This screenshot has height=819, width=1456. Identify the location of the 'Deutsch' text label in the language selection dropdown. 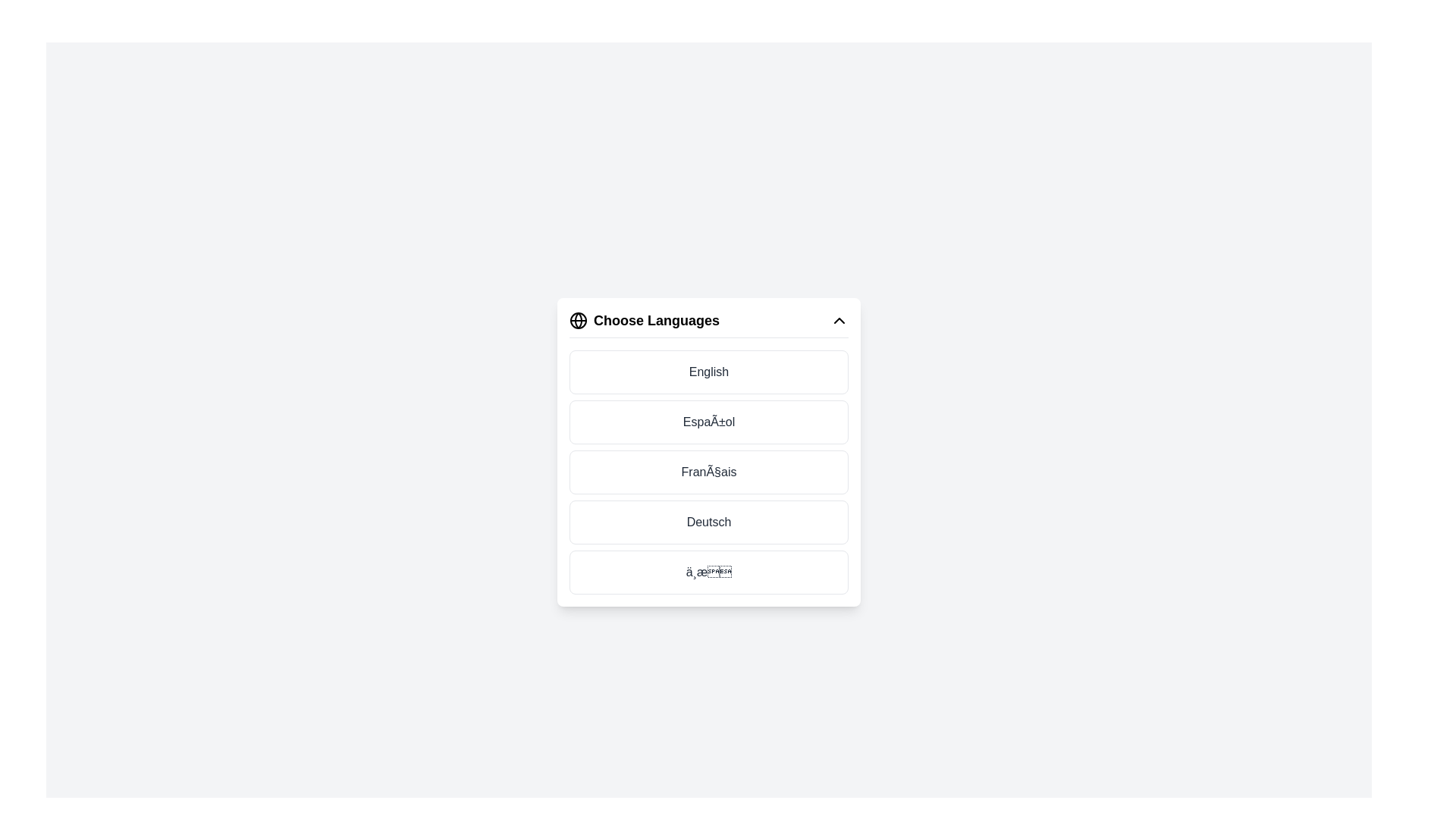
(708, 520).